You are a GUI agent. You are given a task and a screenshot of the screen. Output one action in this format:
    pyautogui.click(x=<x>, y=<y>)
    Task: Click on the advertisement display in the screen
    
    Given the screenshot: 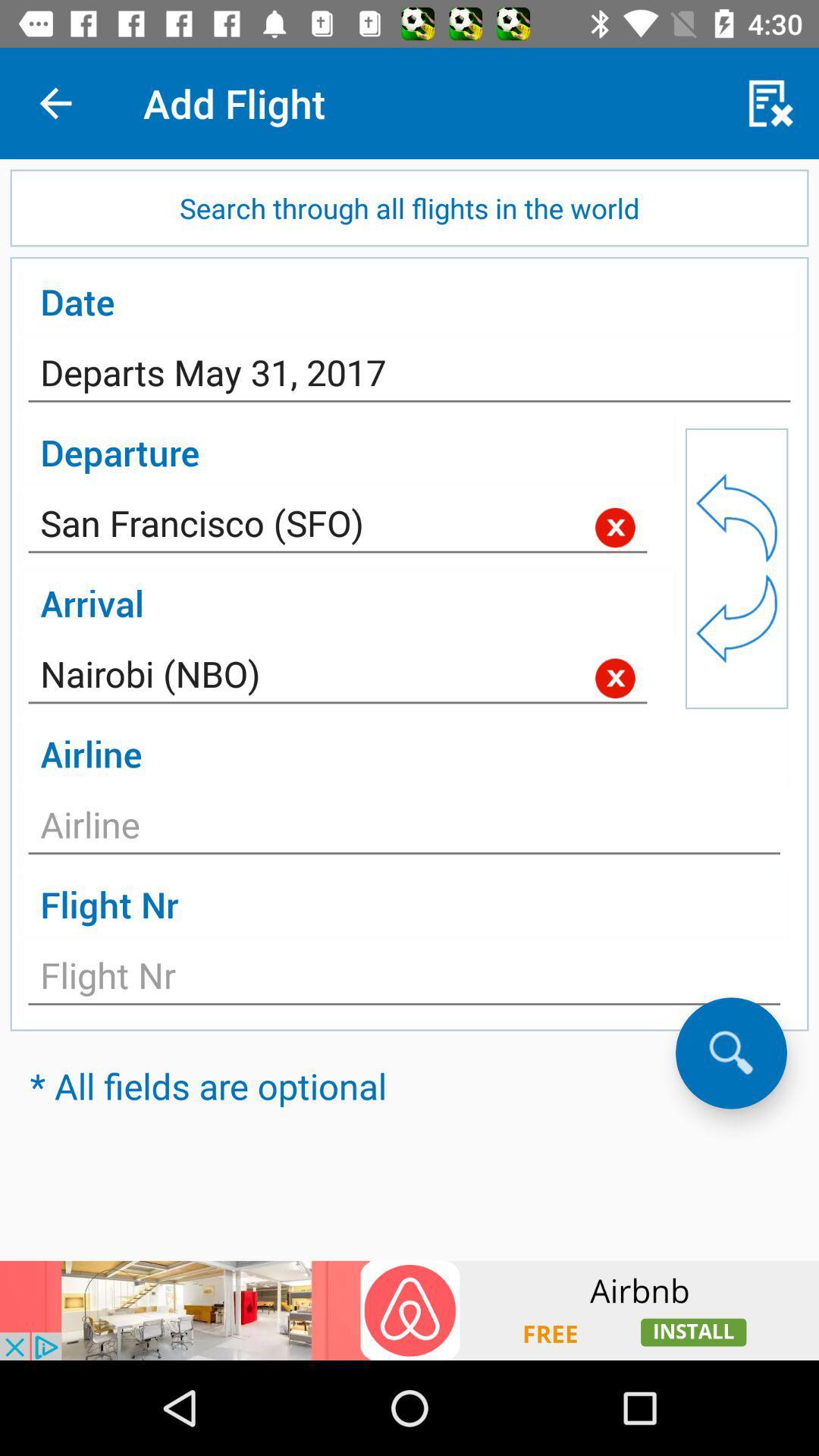 What is the action you would take?
    pyautogui.click(x=409, y=1310)
    